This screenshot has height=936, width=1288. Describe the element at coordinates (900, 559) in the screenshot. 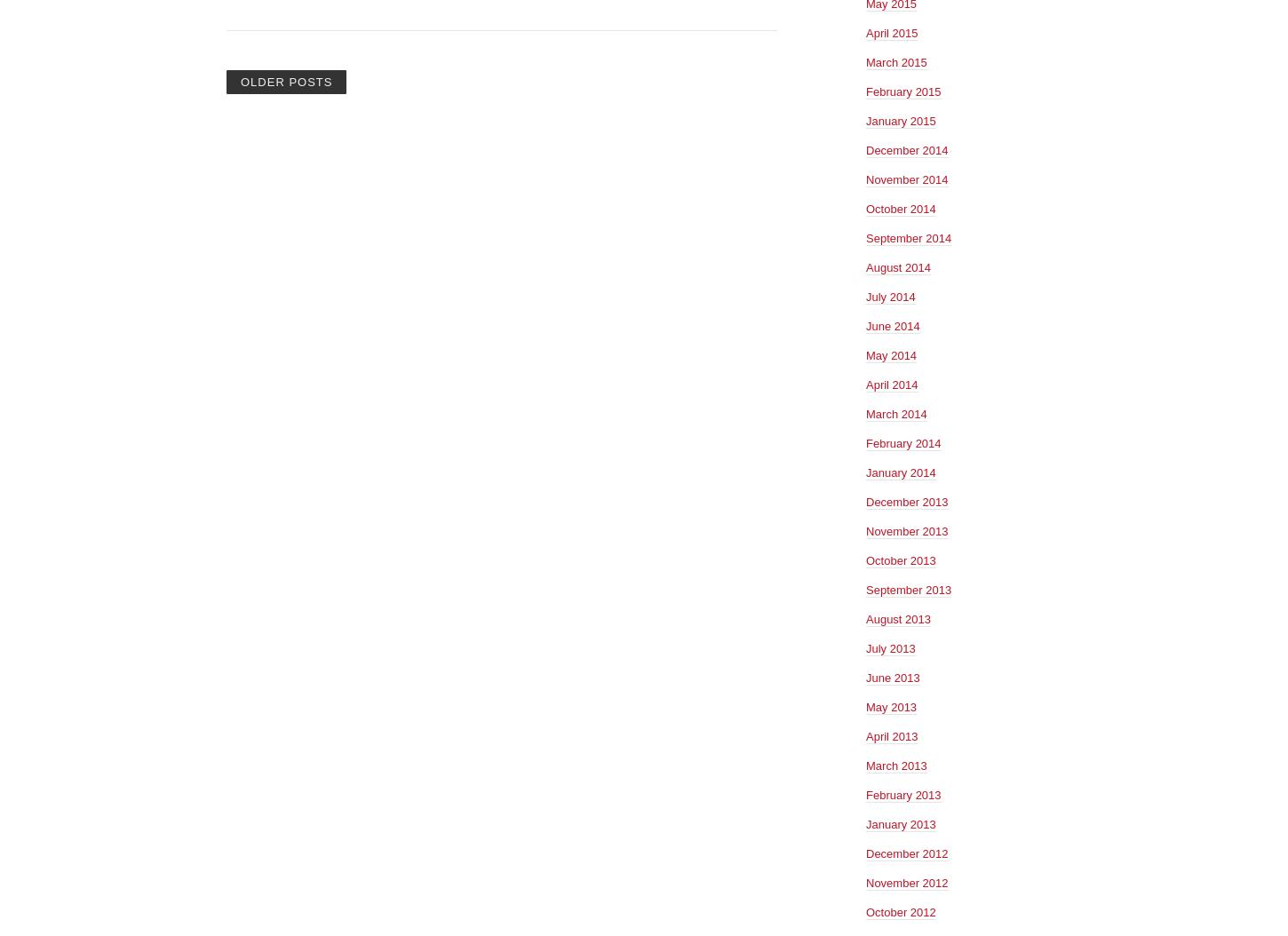

I see `'October 2013'` at that location.